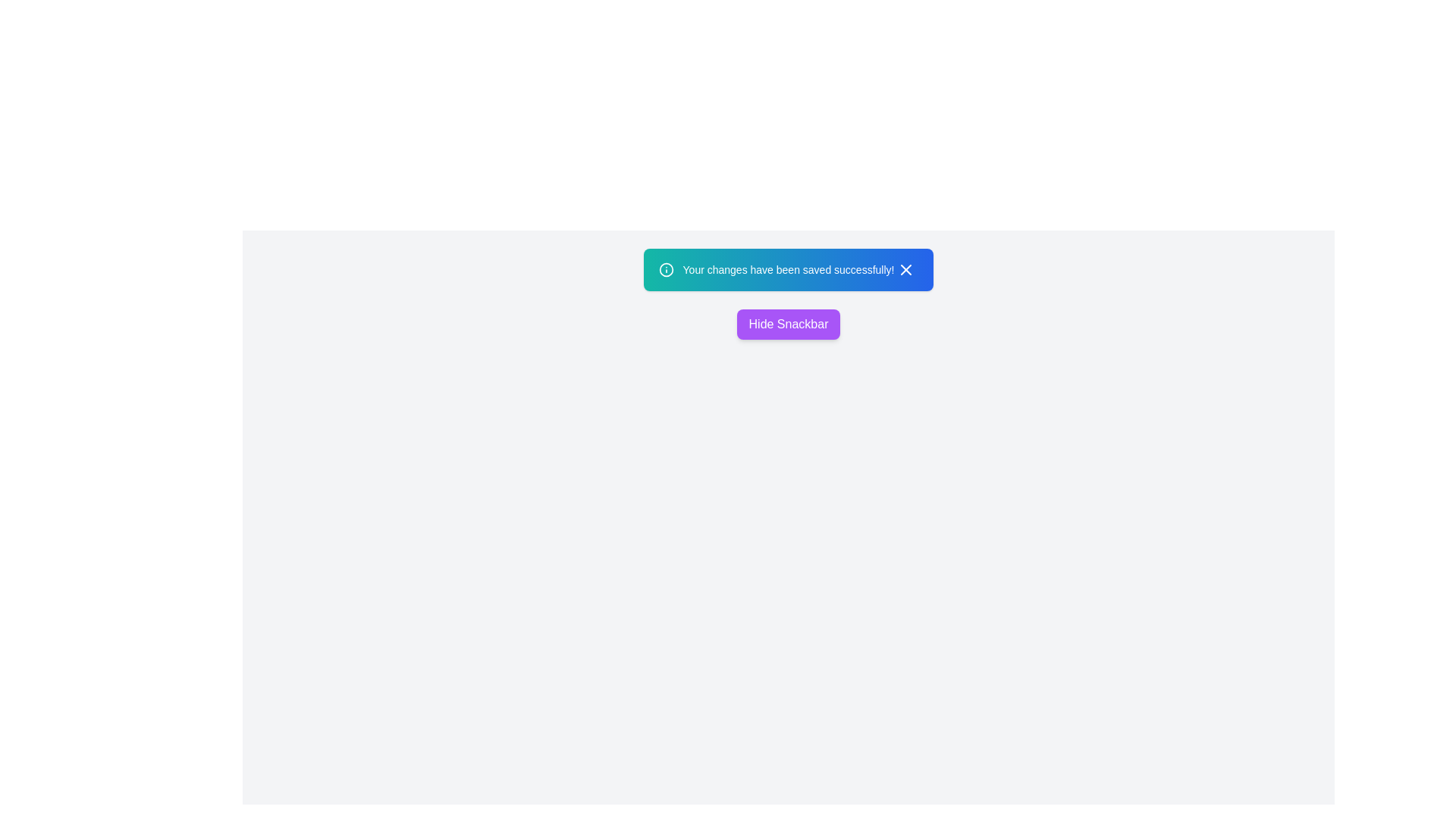 This screenshot has width=1456, height=819. What do you see at coordinates (906, 268) in the screenshot?
I see `the 'X' button to close the snackbar` at bounding box center [906, 268].